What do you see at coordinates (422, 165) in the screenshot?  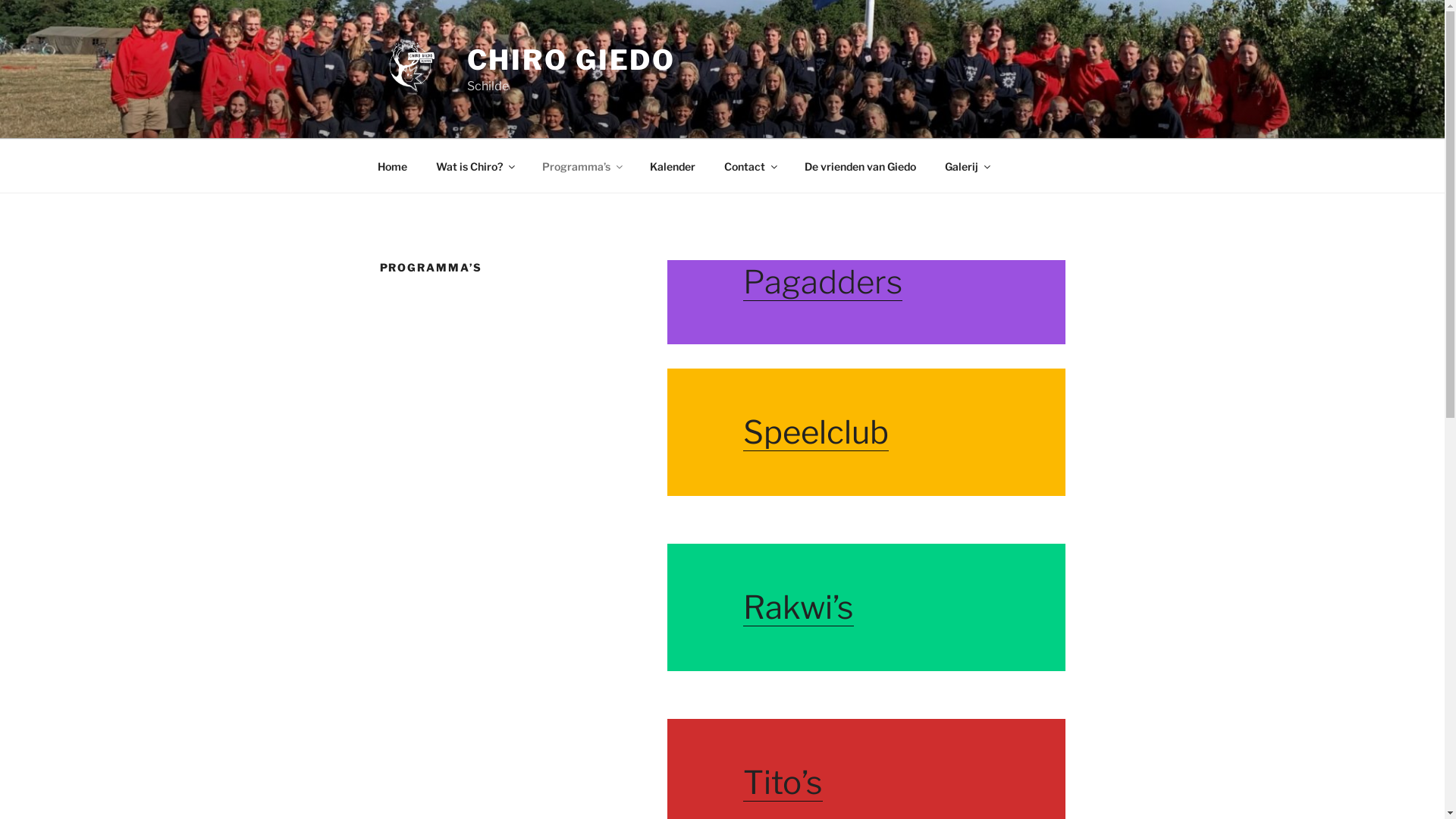 I see `'Wat is Chiro?'` at bounding box center [422, 165].